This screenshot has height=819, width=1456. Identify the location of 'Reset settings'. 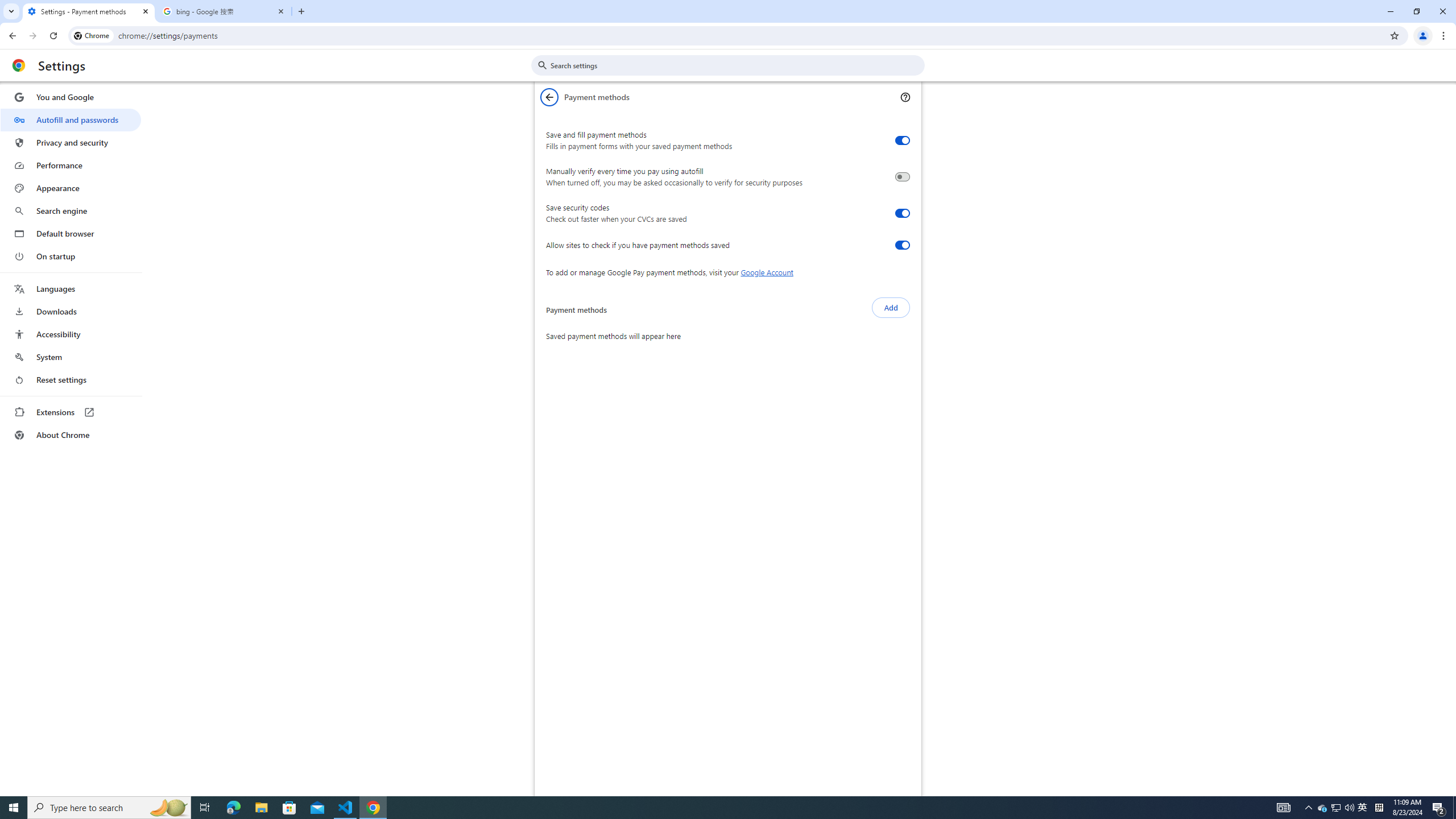
(70, 379).